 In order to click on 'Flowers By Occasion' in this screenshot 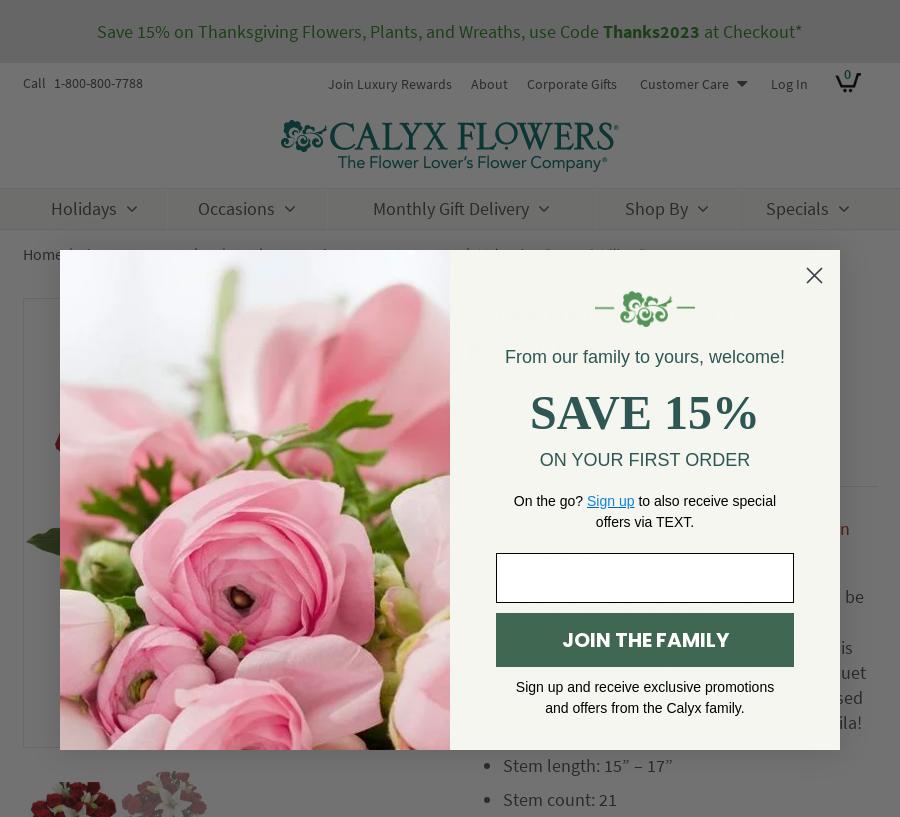, I will do `click(146, 253)`.